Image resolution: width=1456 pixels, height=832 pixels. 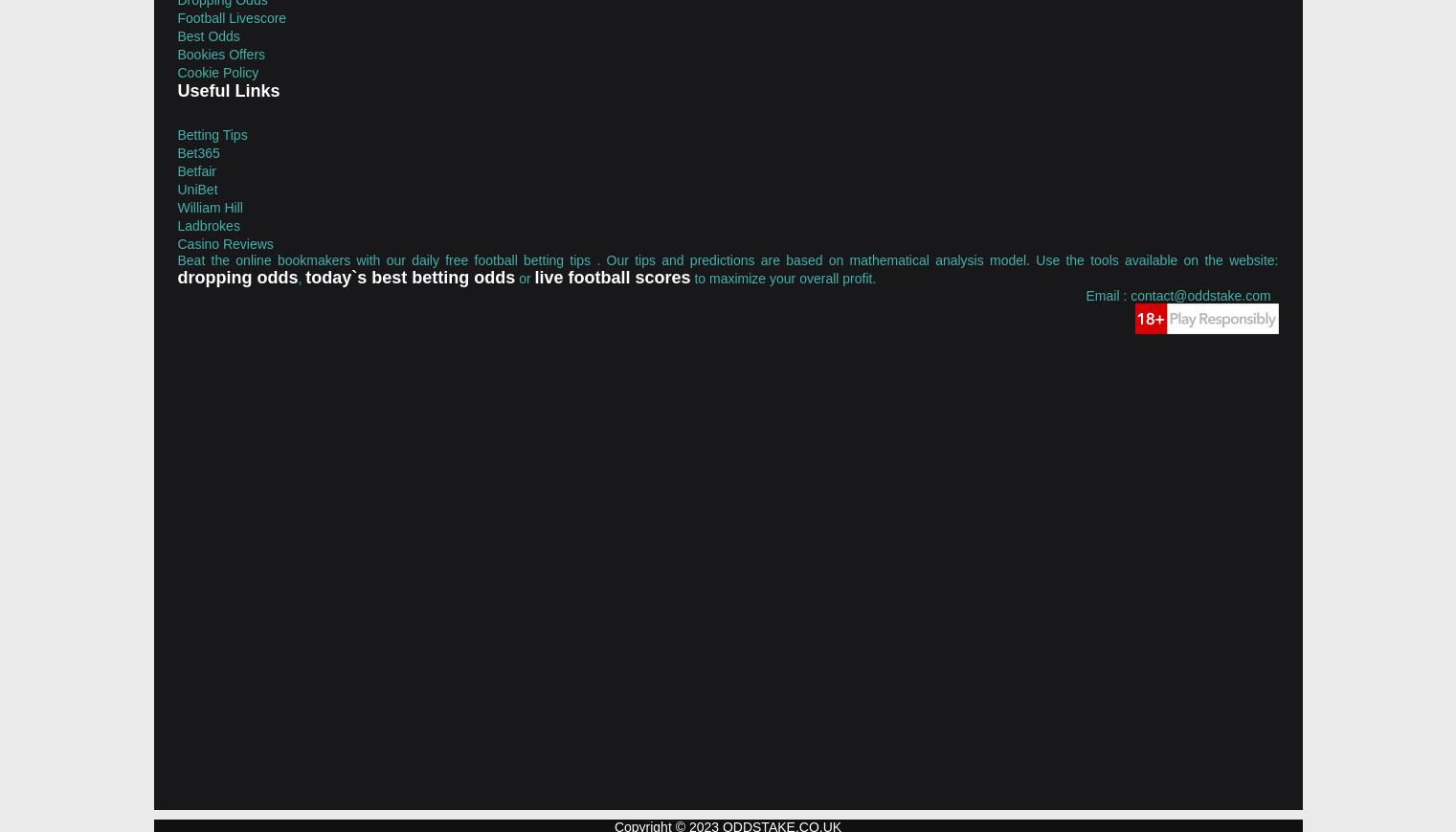 I want to click on 'Bookies Offers', so click(x=175, y=52).